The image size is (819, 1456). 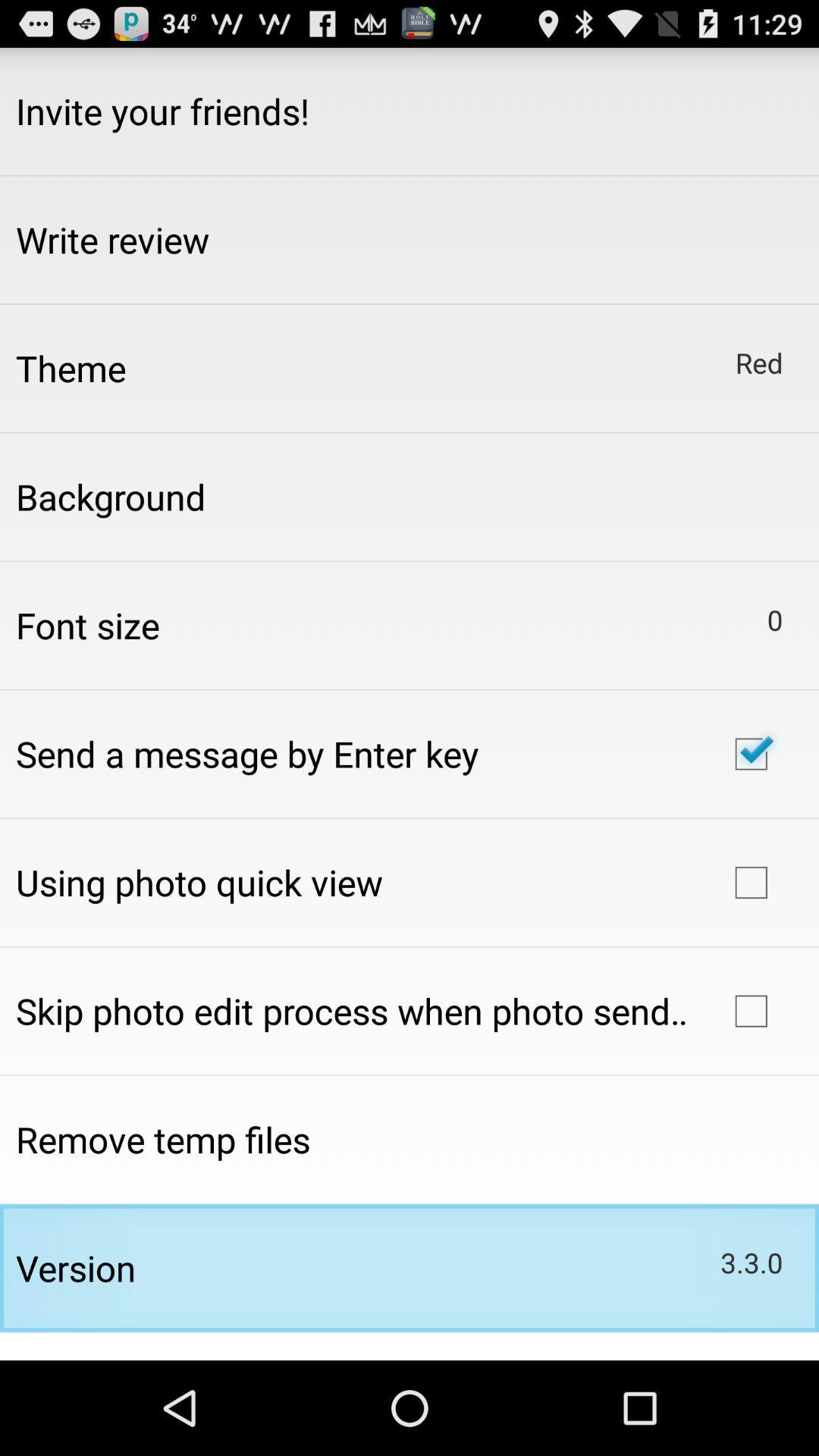 I want to click on using photo quick item, so click(x=198, y=882).